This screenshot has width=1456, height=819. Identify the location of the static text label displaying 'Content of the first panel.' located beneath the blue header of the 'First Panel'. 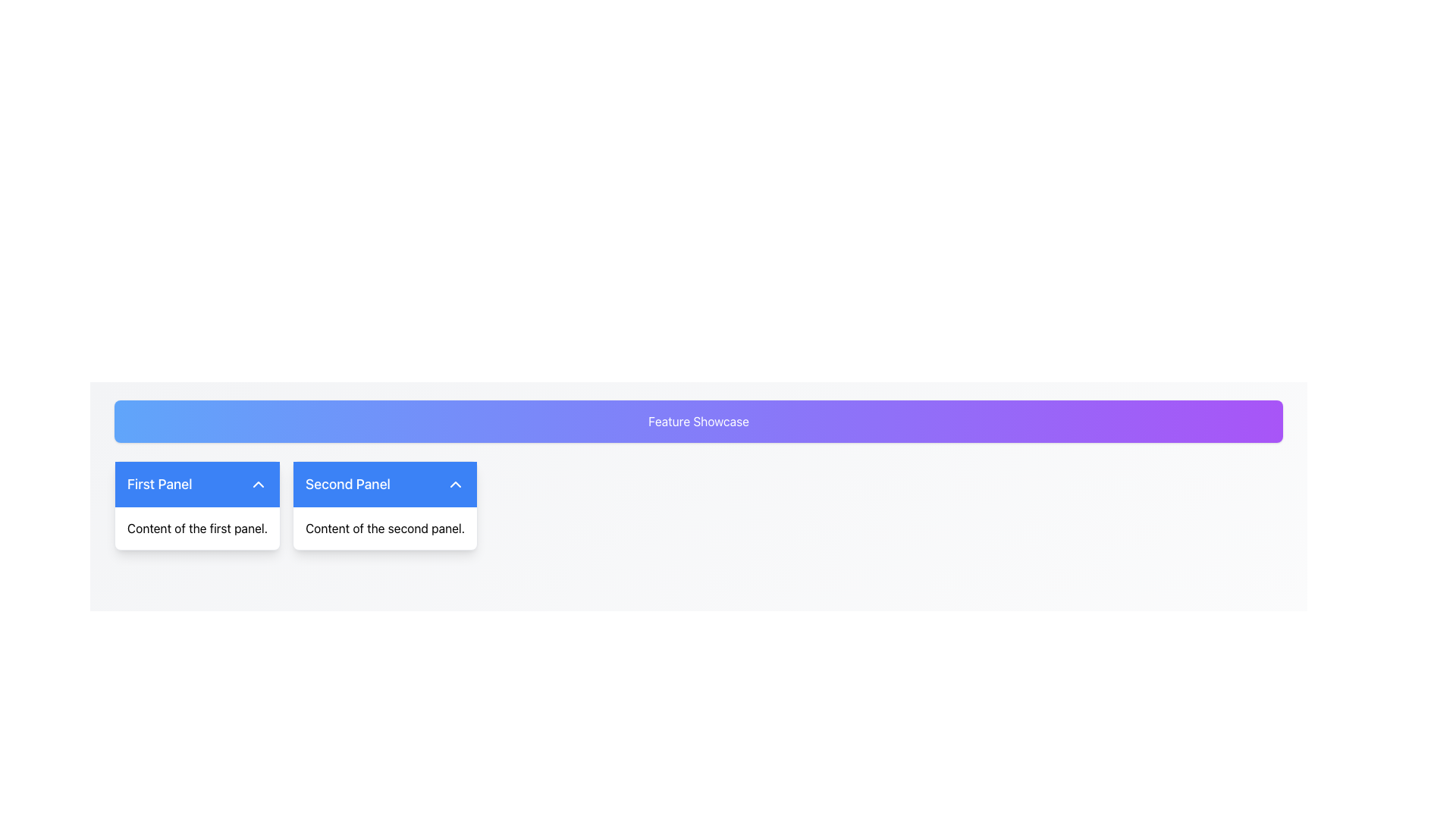
(196, 528).